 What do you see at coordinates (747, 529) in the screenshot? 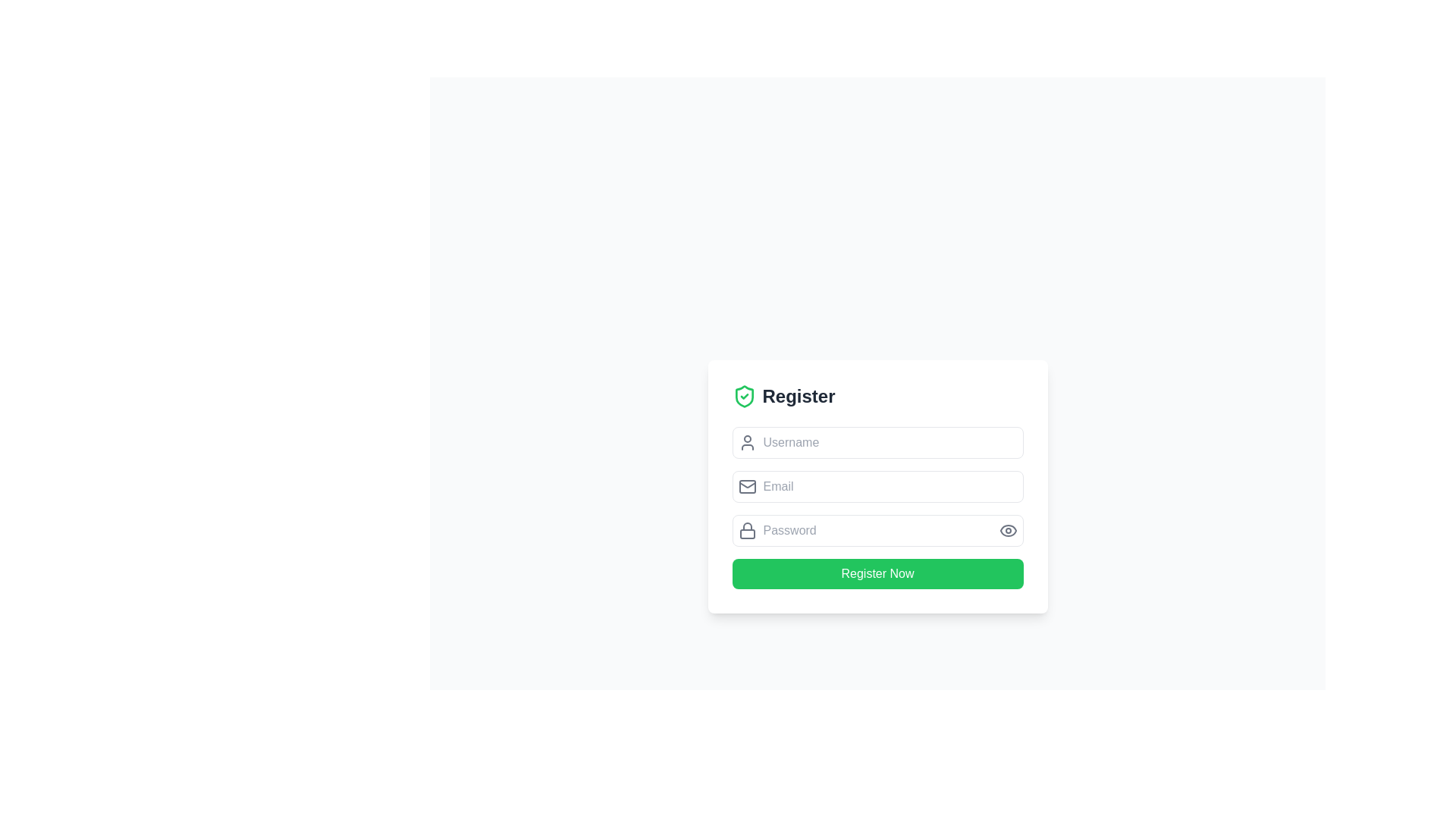
I see `the lock-shaped icon with a gray outline located inside the password input field, positioned to the left of the password text box` at bounding box center [747, 529].